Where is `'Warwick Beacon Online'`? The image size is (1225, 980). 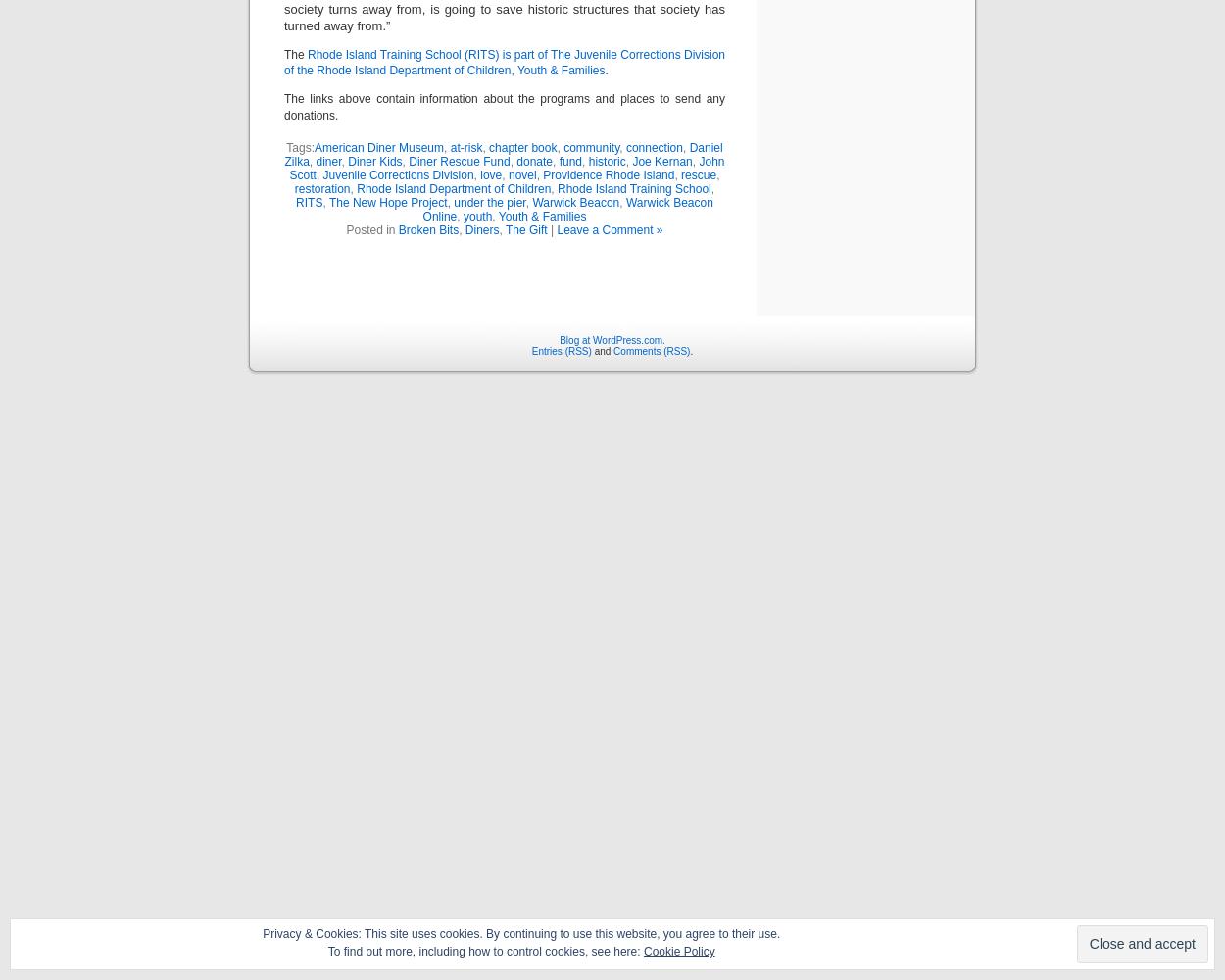
'Warwick Beacon Online' is located at coordinates (422, 208).